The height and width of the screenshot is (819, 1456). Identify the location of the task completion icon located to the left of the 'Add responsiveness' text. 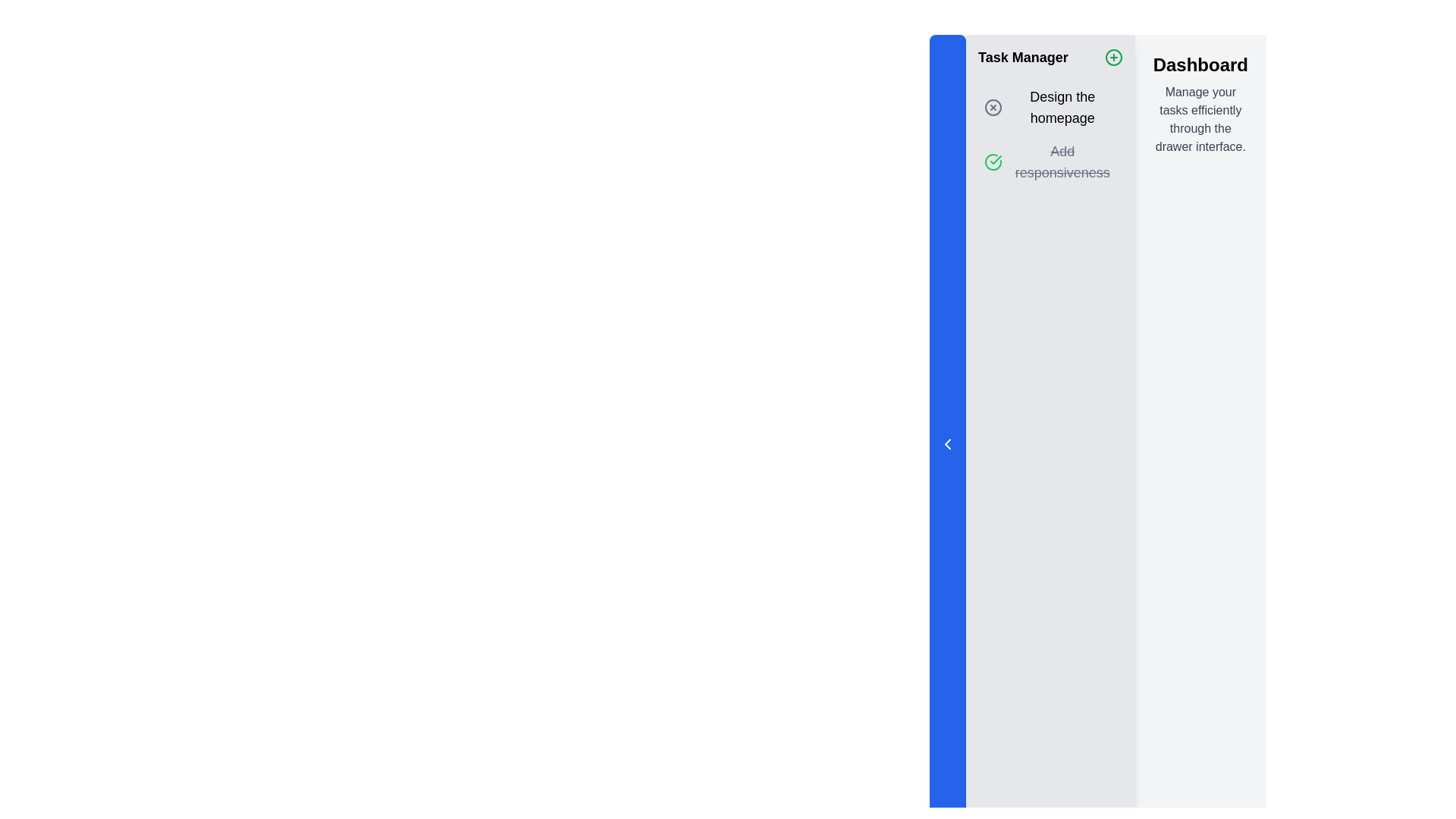
(993, 162).